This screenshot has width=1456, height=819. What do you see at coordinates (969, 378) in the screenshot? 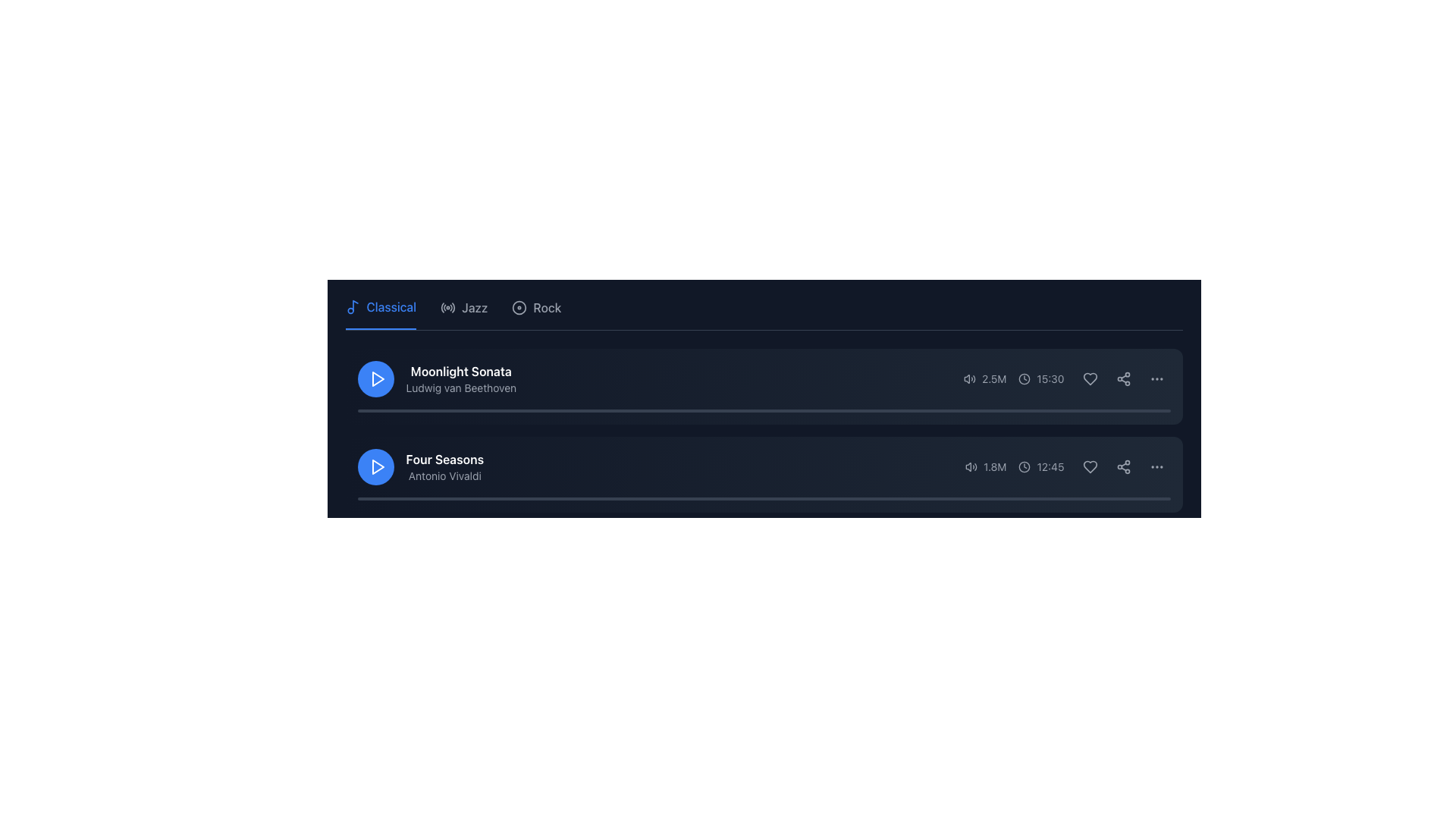
I see `the small, line-based speaker icon that indicates sound, located to the left of the text '2.5M' and near the duration display '15:30'` at bounding box center [969, 378].